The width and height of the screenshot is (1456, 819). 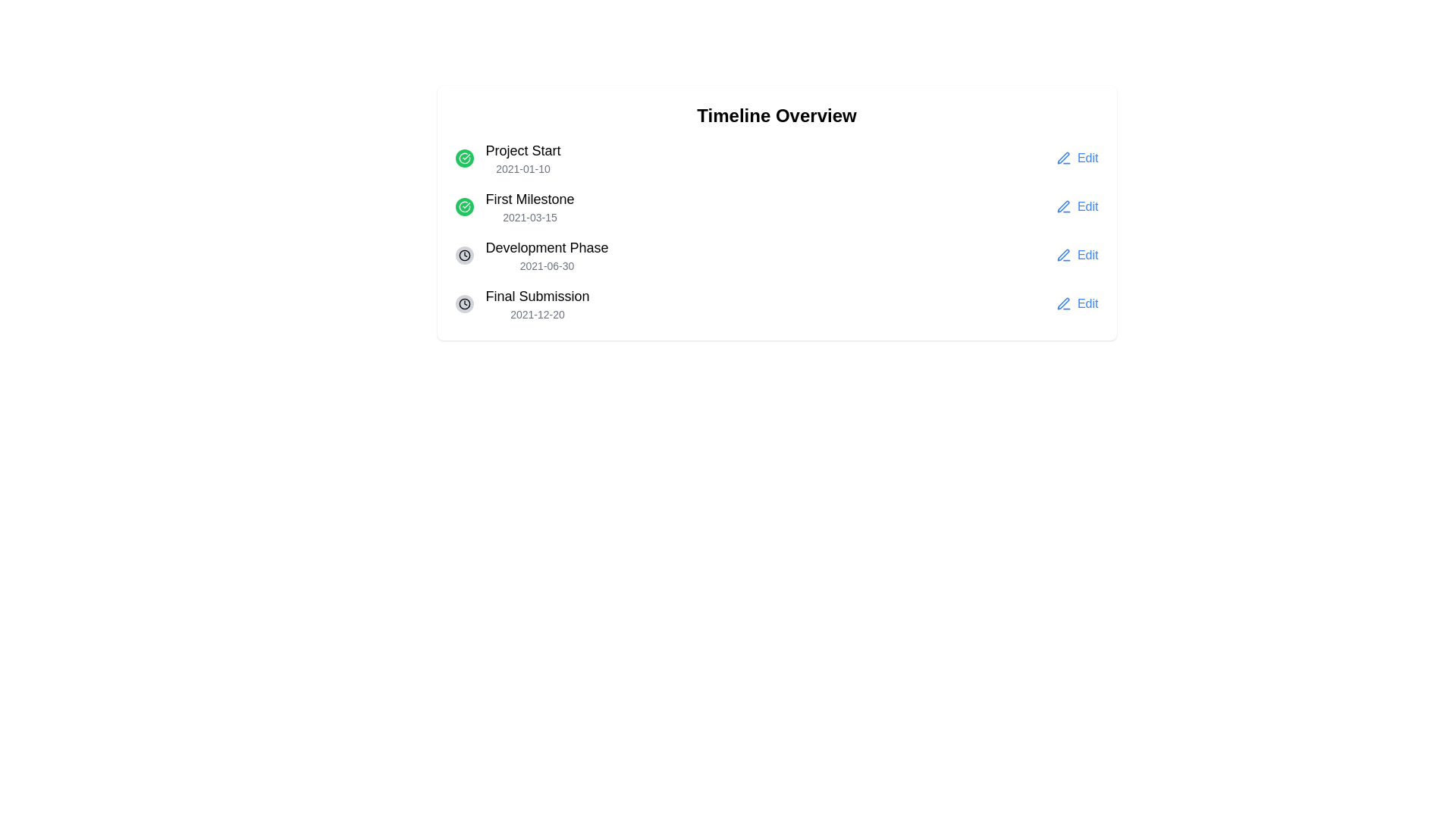 What do you see at coordinates (546, 265) in the screenshot?
I see `the Text label that displays the date for the 'Development Phase' entry in the timeline, located beneath the 'Development Phase' heading` at bounding box center [546, 265].